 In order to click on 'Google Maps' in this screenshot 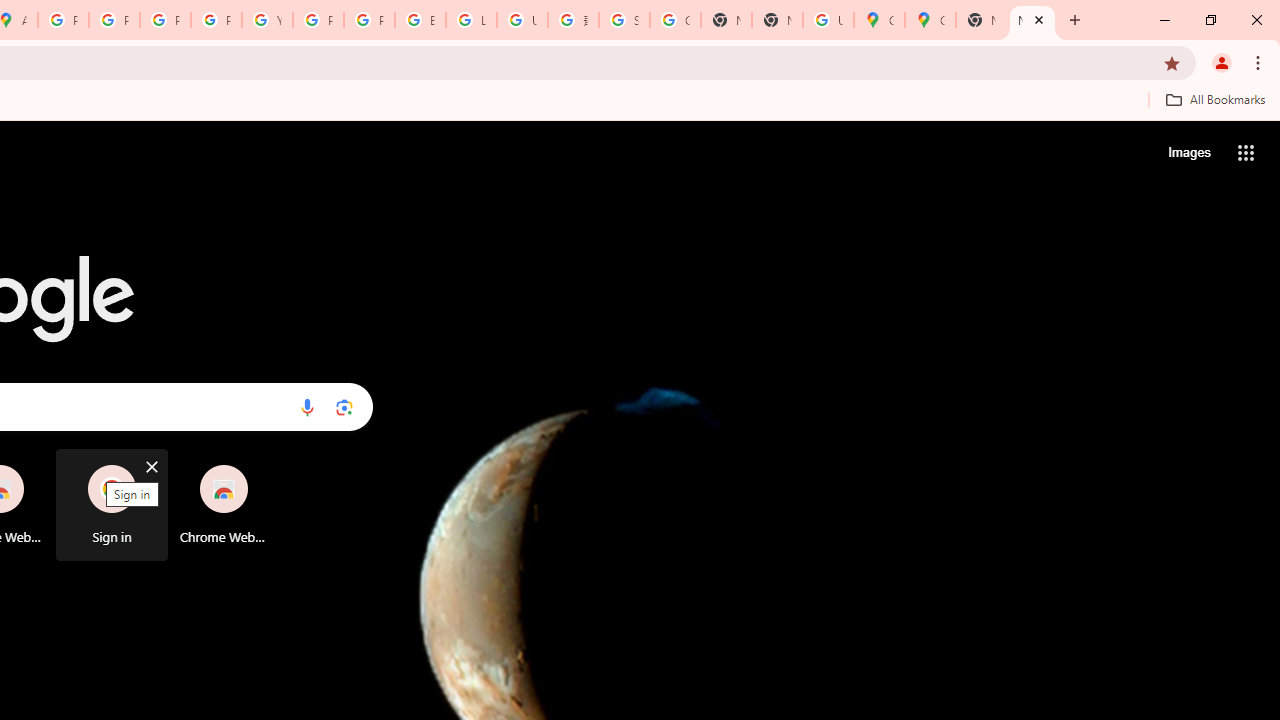, I will do `click(879, 20)`.